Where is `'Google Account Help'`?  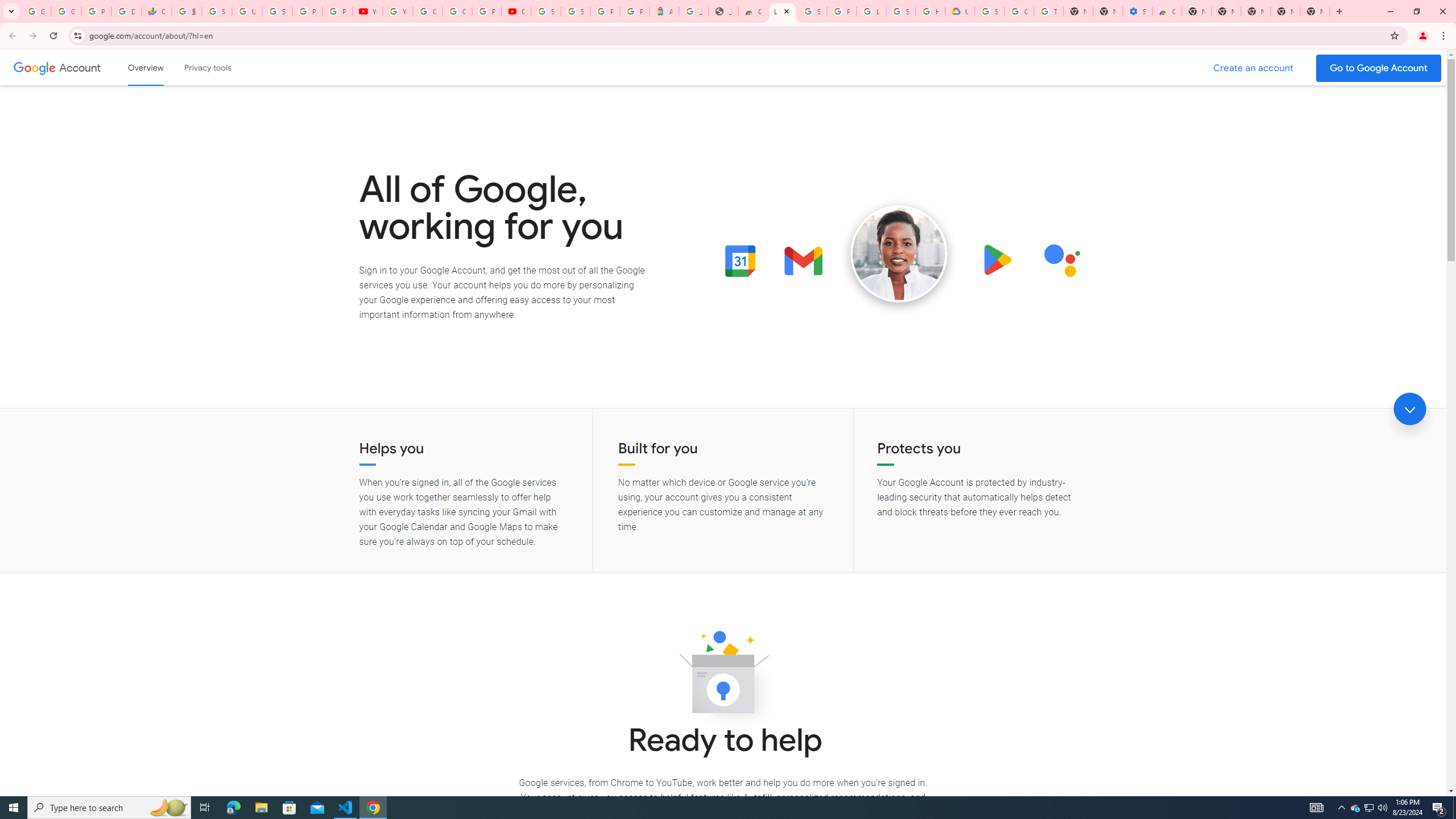
'Google Account Help' is located at coordinates (427, 11).